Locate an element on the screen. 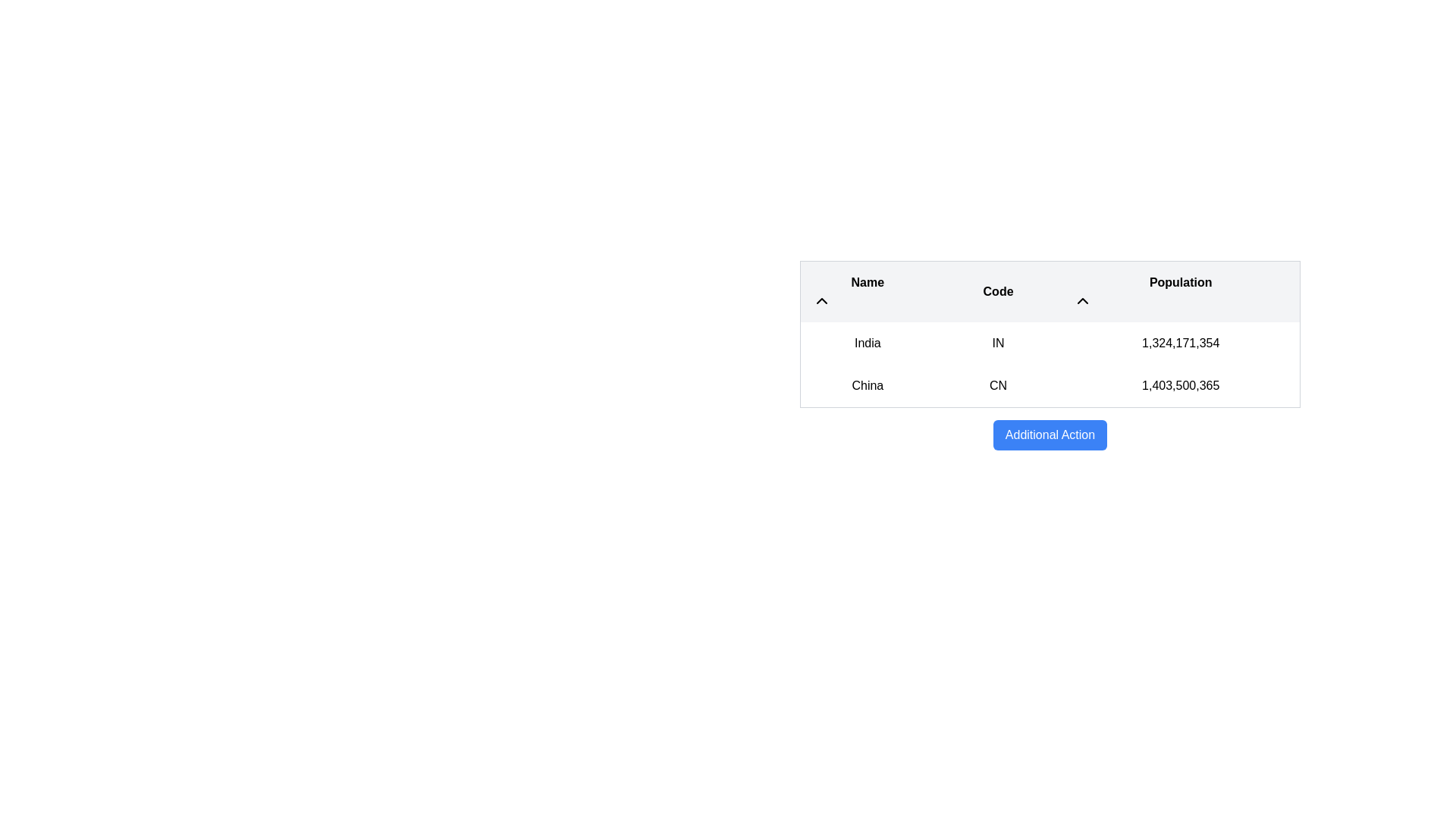 This screenshot has width=1456, height=819. displayed text from the static text label 'Code' located in the second column header of the table, which is bold and centered within a light gray rectangular cell is located at coordinates (998, 291).